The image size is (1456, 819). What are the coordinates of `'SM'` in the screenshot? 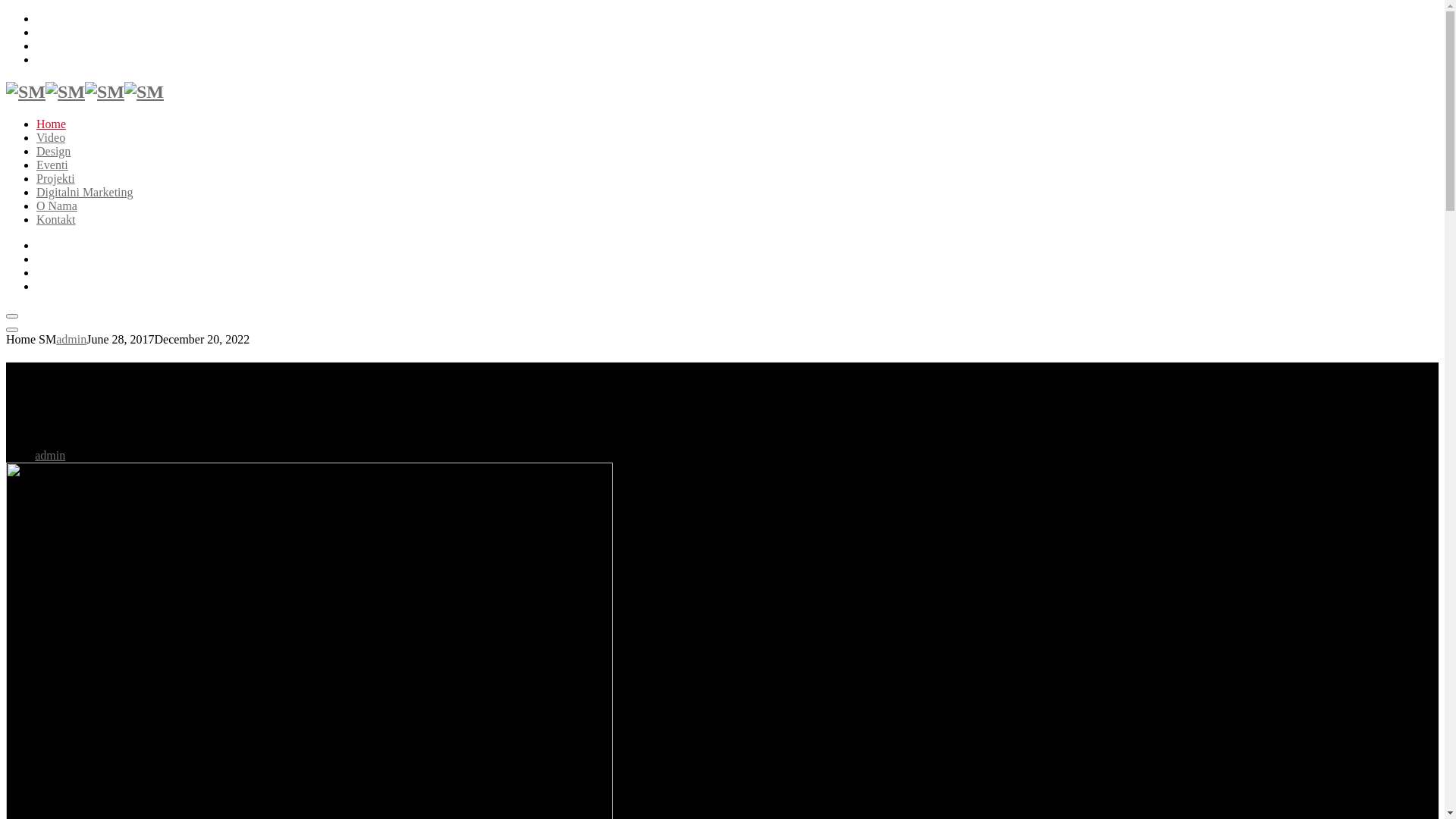 It's located at (45, 91).